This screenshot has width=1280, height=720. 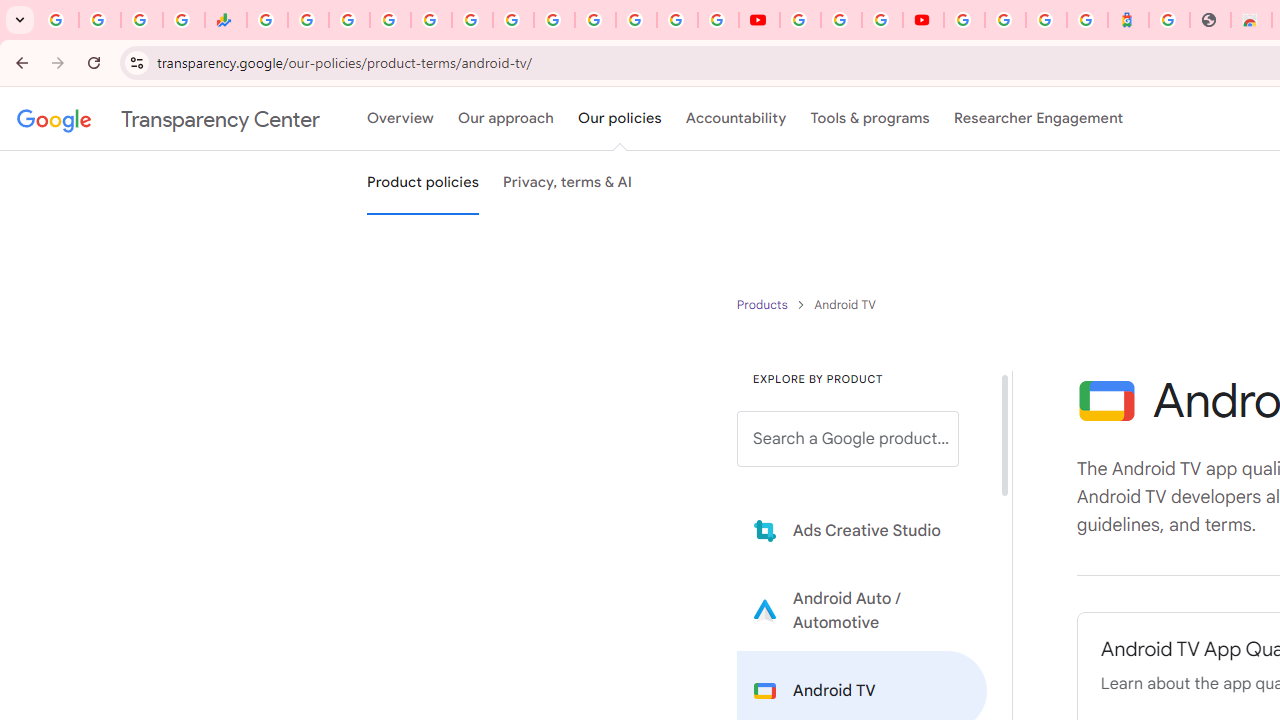 What do you see at coordinates (869, 119) in the screenshot?
I see `'Tools & programs'` at bounding box center [869, 119].